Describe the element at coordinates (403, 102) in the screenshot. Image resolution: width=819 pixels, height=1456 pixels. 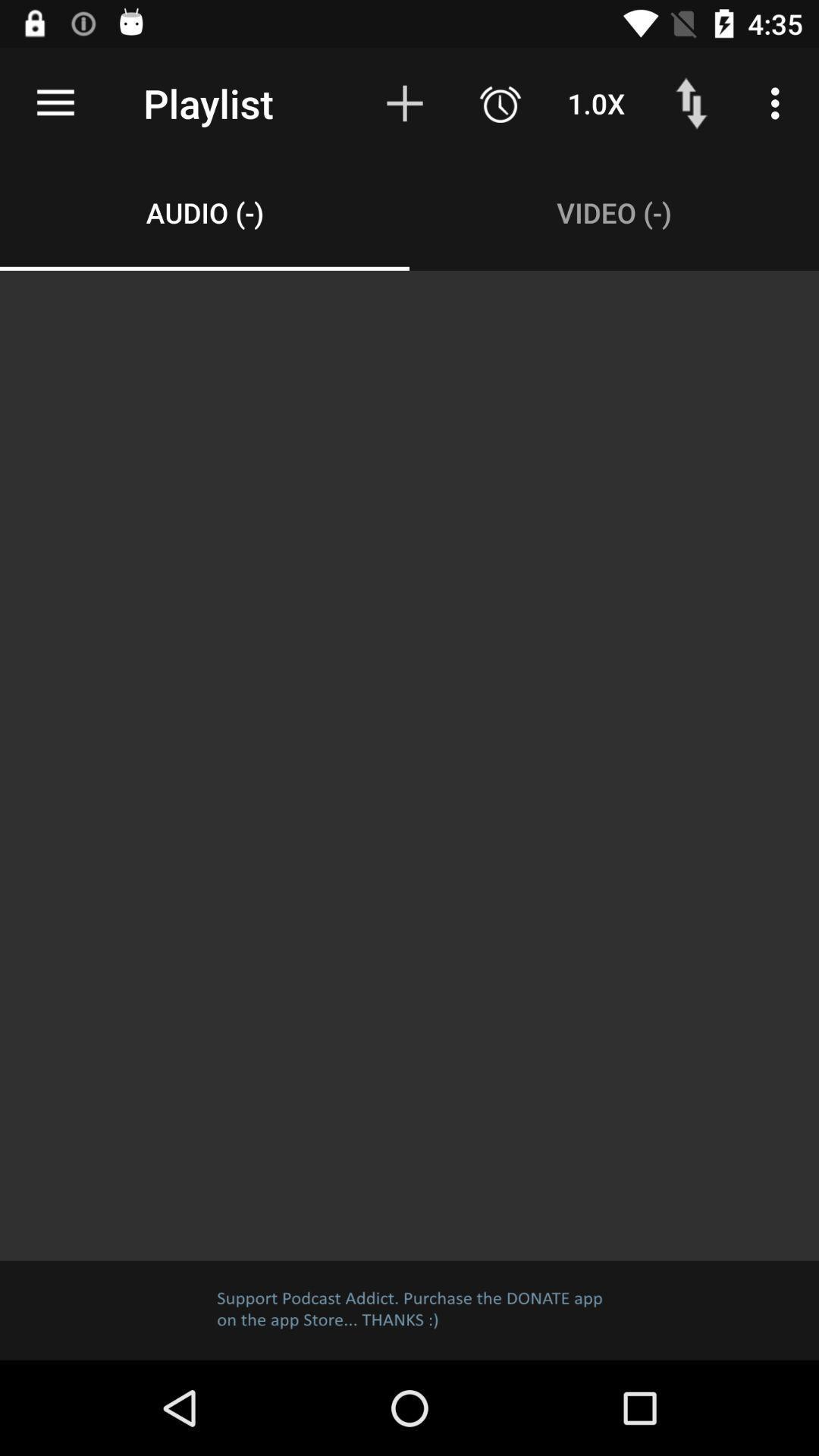
I see `item to the right of playlist item` at that location.